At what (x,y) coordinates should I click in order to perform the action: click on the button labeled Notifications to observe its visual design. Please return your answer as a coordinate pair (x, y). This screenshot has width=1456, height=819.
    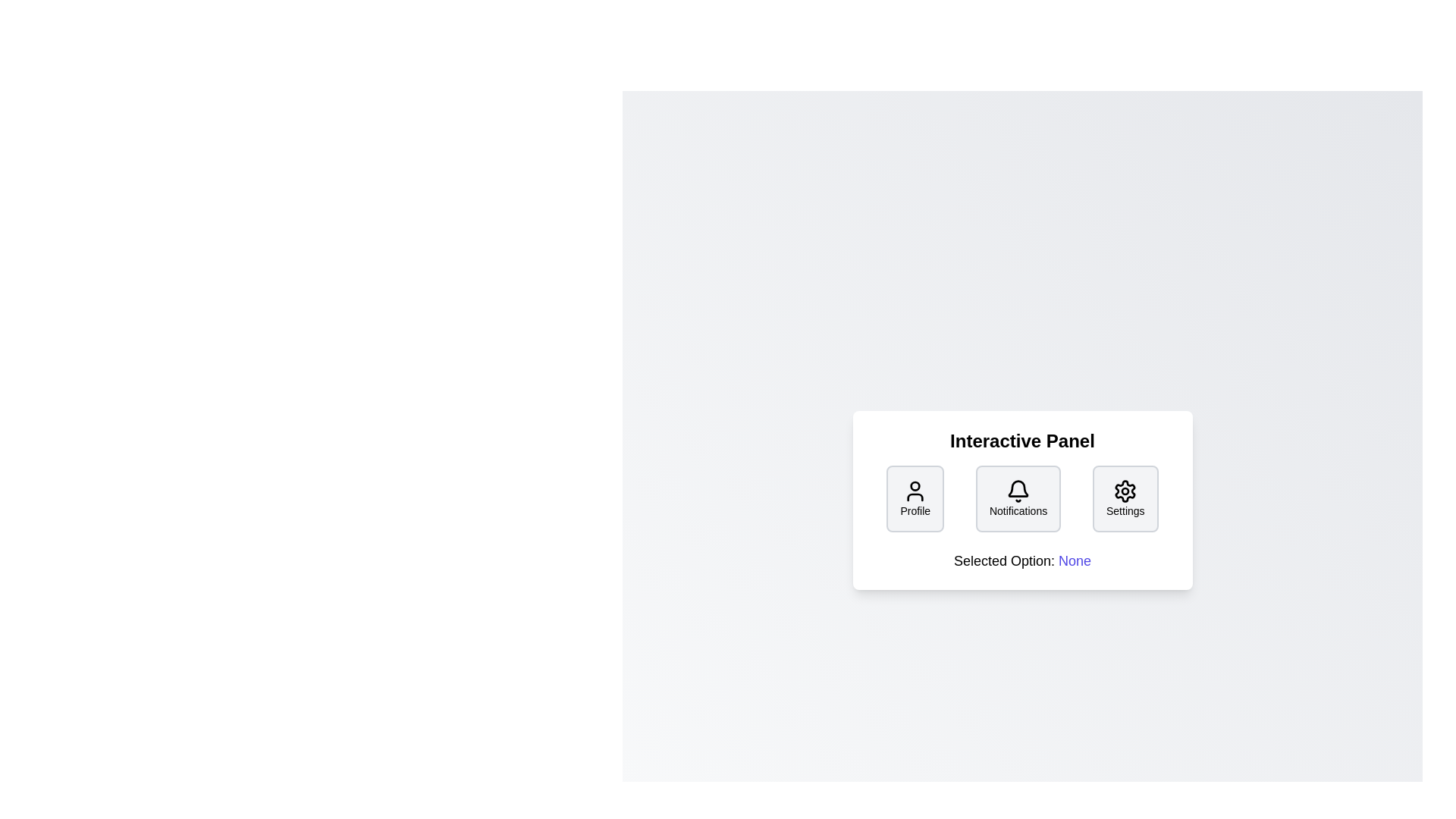
    Looking at the image, I should click on (1018, 499).